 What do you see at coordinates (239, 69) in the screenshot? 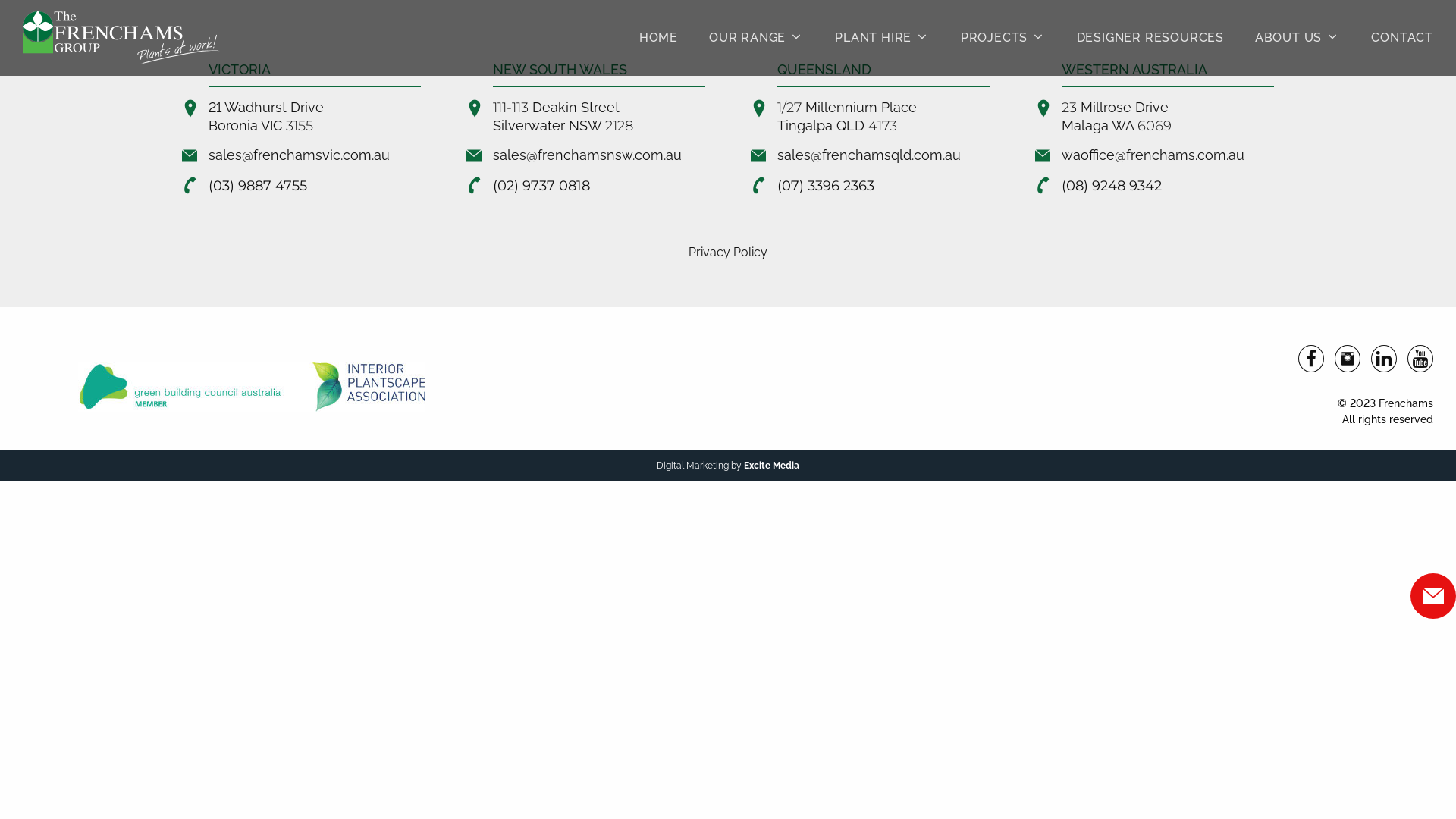
I see `'VICTORIA'` at bounding box center [239, 69].